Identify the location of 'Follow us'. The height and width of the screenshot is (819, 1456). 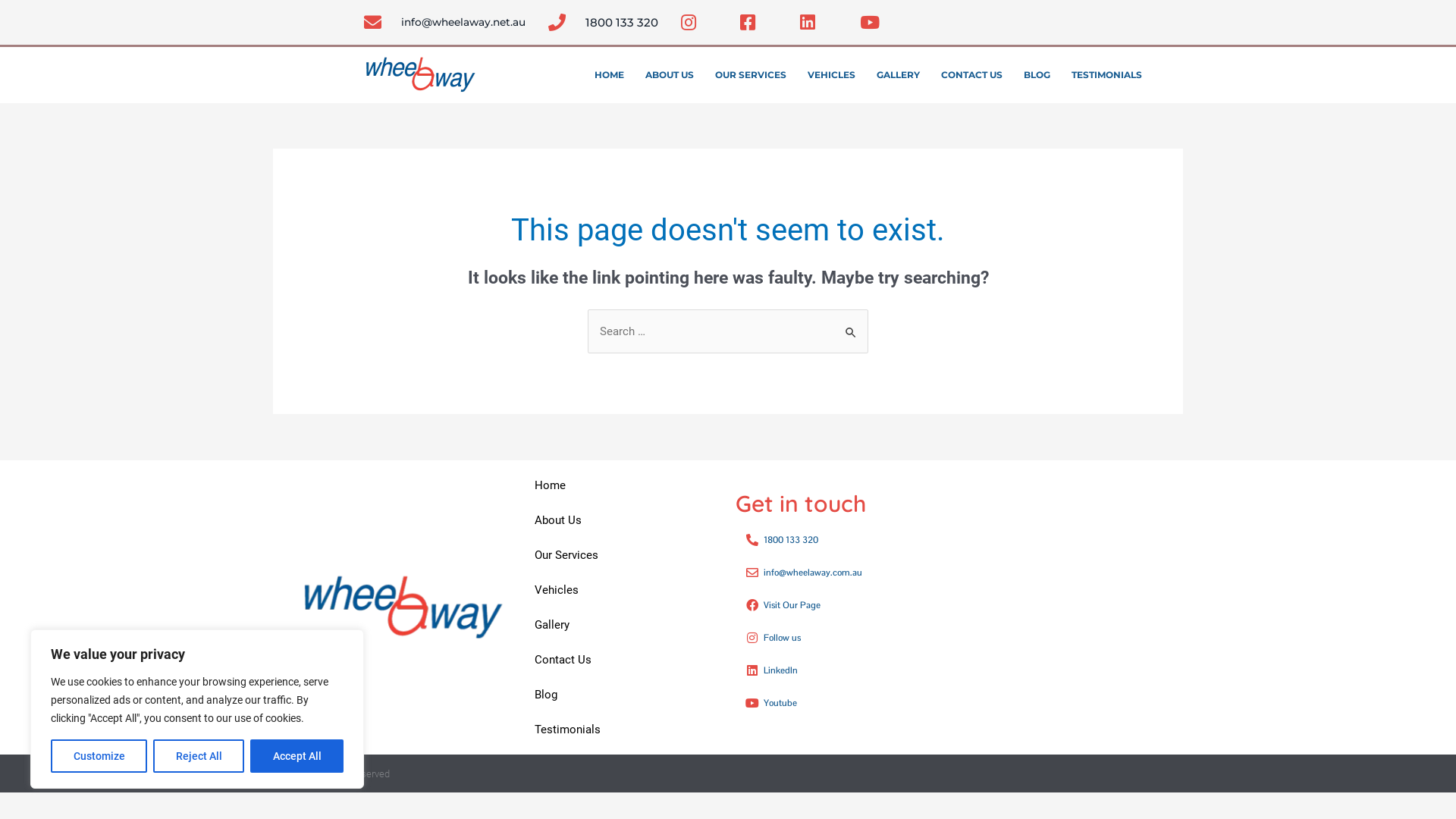
(839, 637).